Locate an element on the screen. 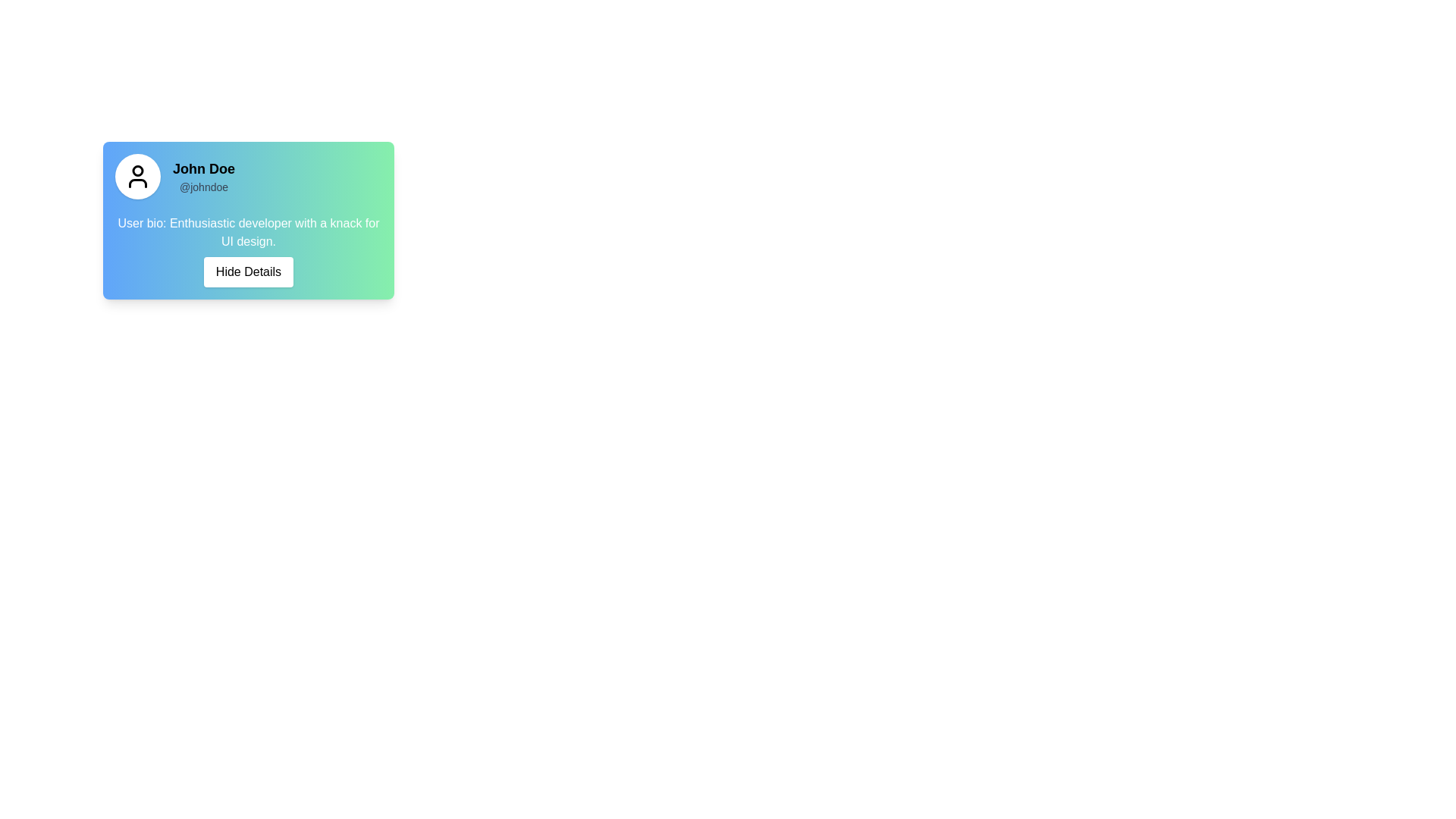  the circular SVG element that represents the user's avatar, located centrally within the profile card is located at coordinates (138, 170).